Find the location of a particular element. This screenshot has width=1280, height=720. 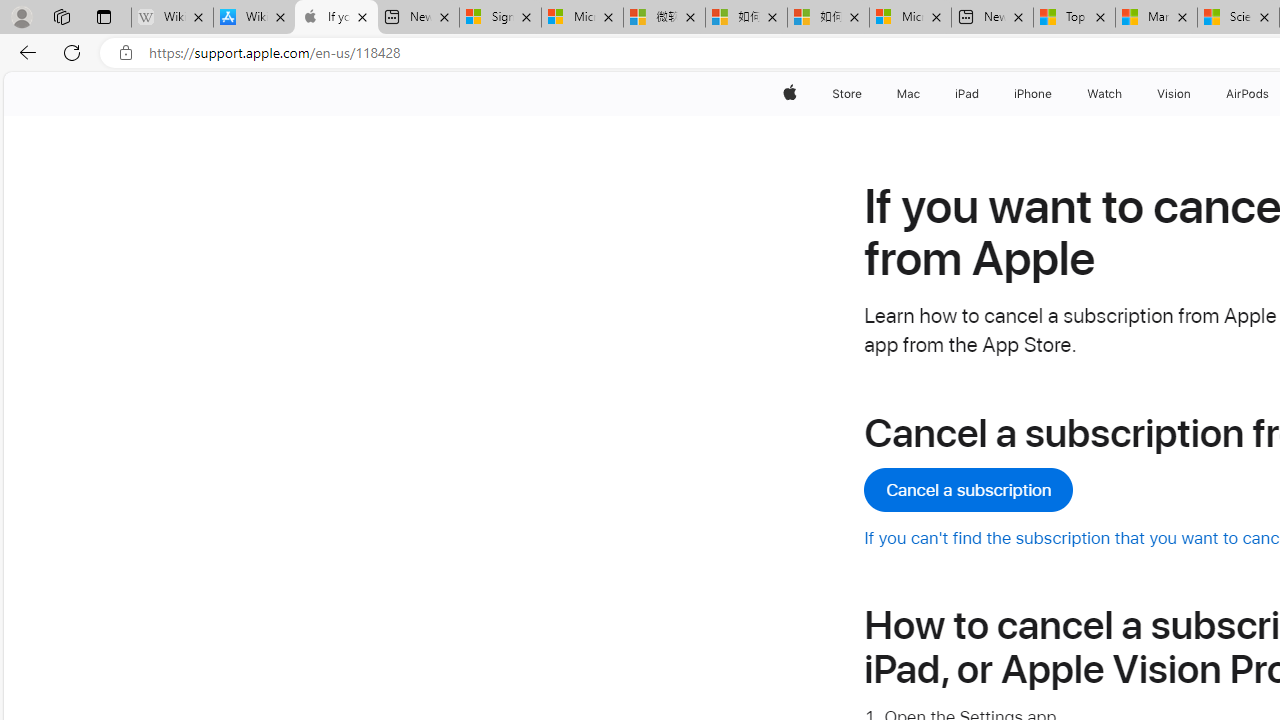

'Sign in to your Microsoft account' is located at coordinates (500, 17).